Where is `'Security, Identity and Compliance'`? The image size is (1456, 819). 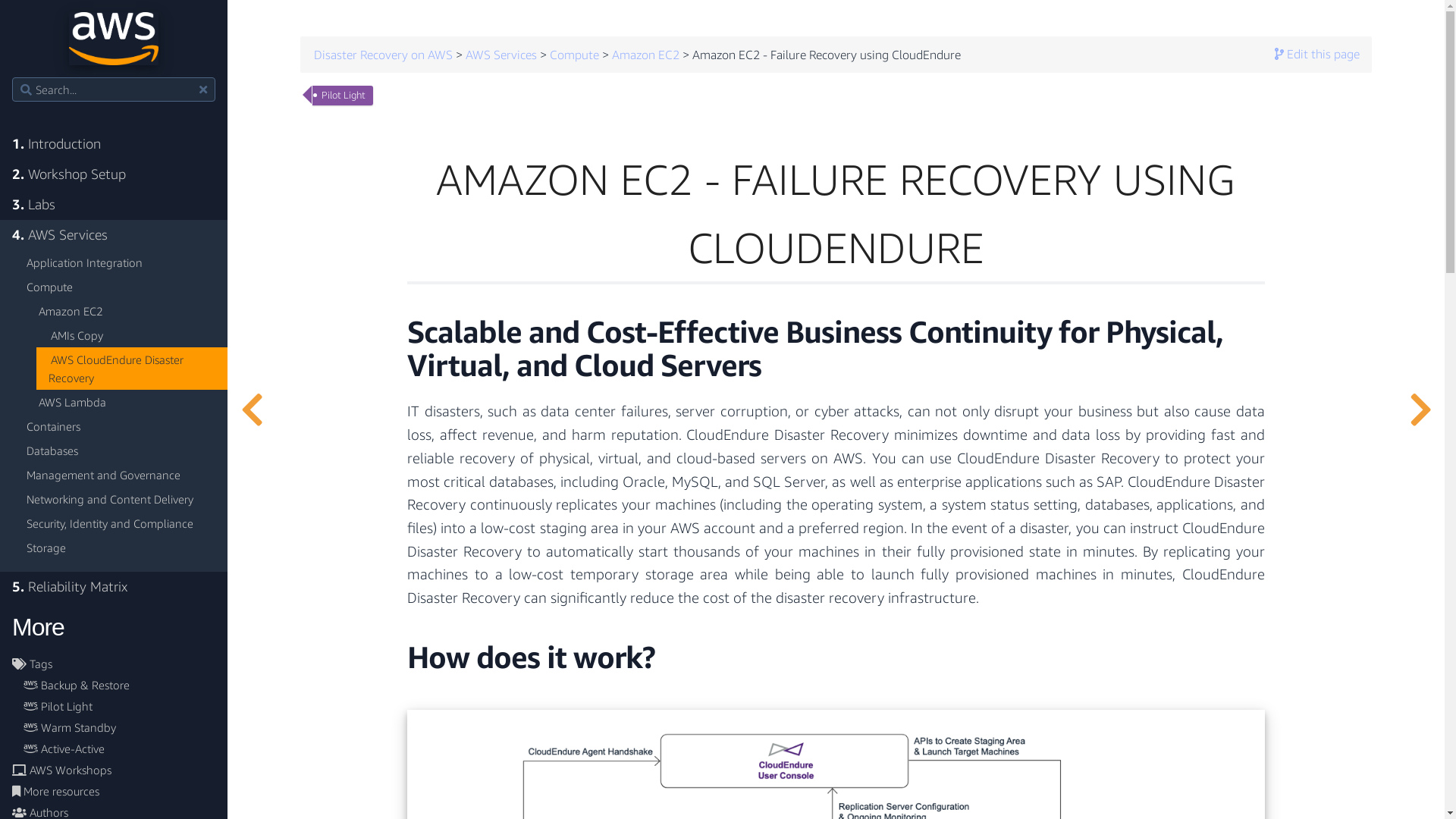
'Security, Identity and Compliance' is located at coordinates (119, 522).